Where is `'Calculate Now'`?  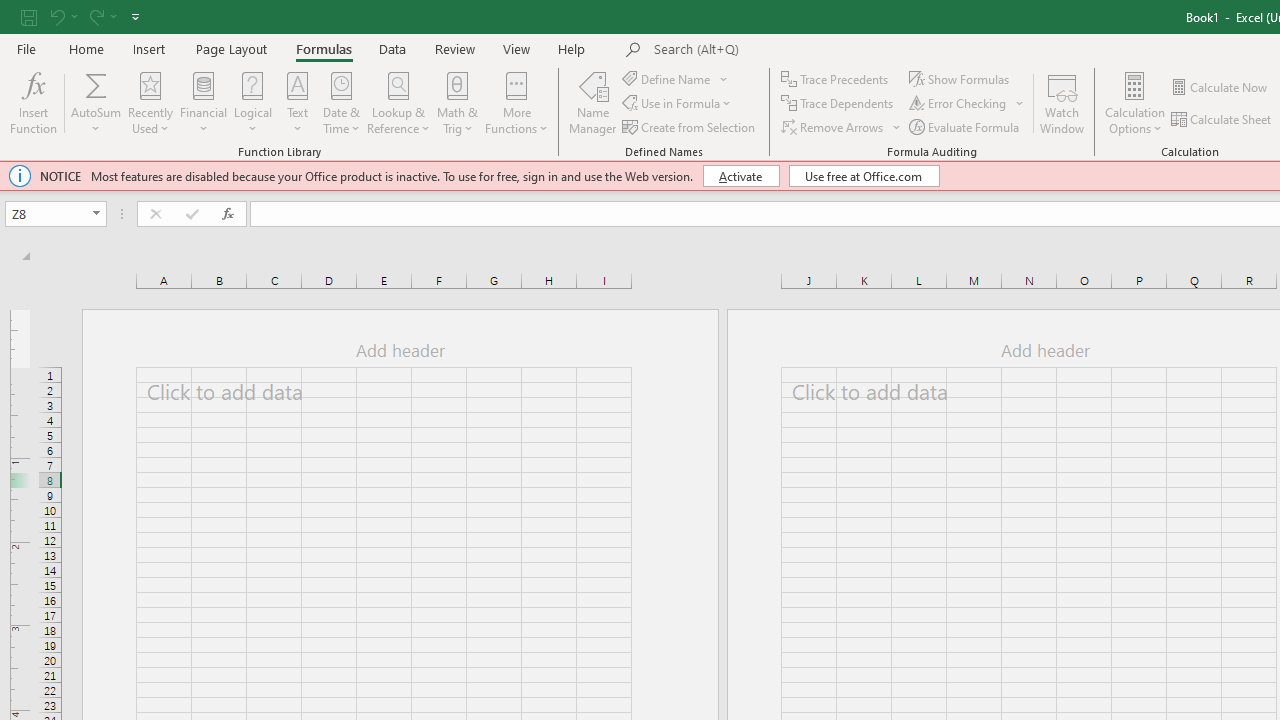
'Calculate Now' is located at coordinates (1219, 86).